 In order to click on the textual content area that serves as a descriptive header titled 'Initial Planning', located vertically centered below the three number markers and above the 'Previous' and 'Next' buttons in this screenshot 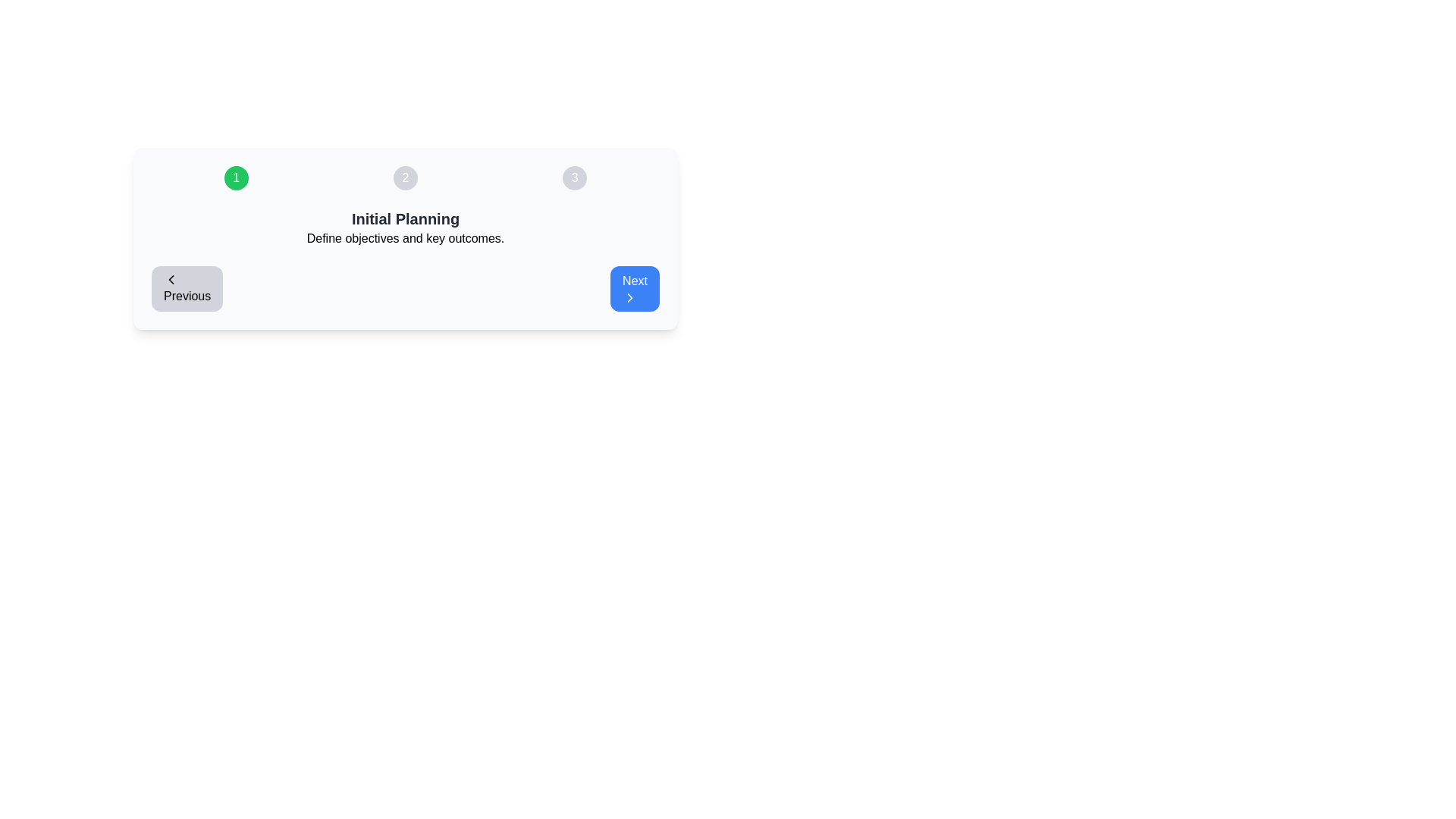, I will do `click(405, 227)`.